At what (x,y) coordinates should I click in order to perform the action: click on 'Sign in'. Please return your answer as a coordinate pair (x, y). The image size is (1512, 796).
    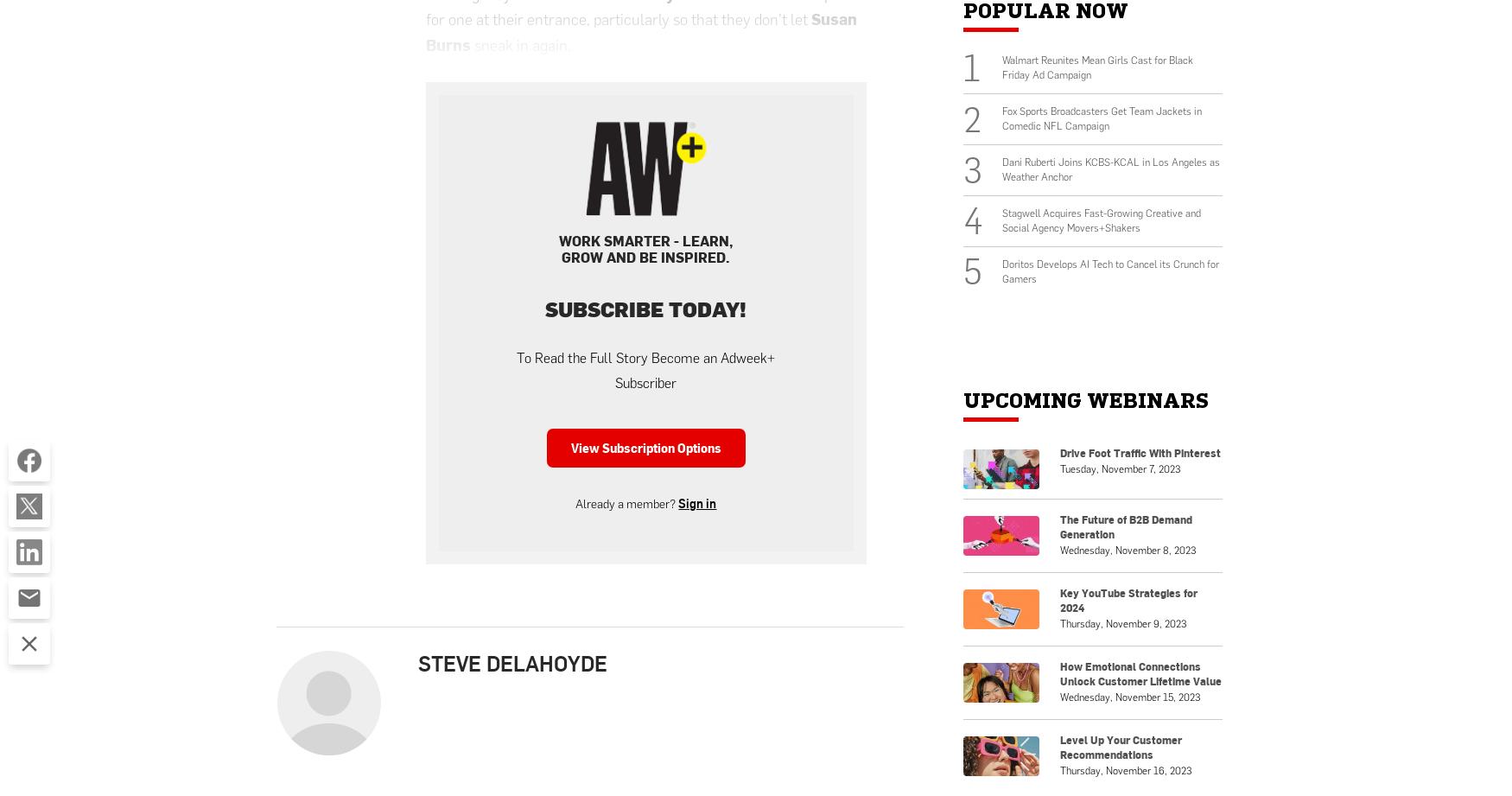
    Looking at the image, I should click on (696, 502).